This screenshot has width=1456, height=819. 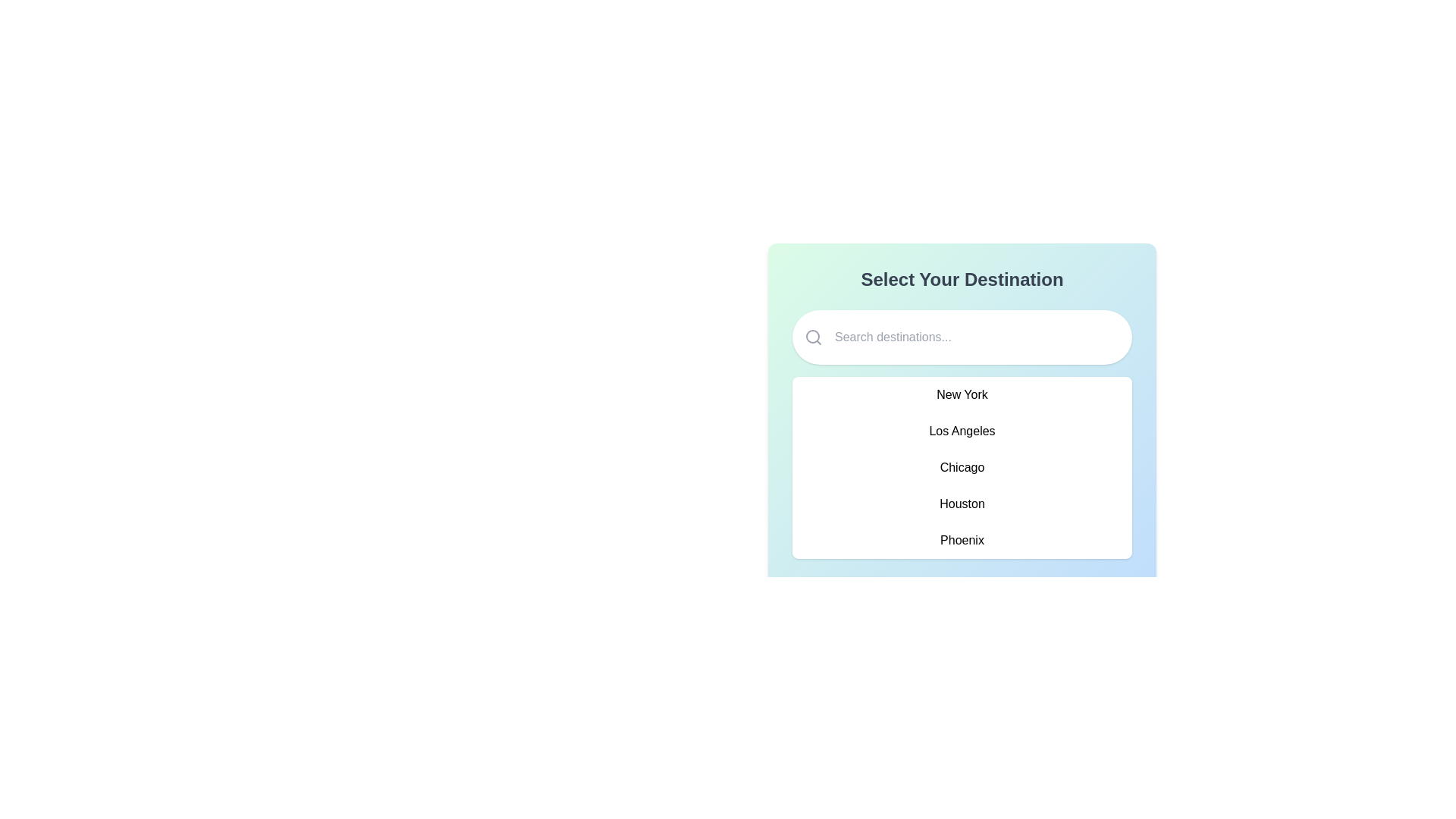 I want to click on the 'Los Angeles' option within the dropdown menu, so click(x=961, y=438).